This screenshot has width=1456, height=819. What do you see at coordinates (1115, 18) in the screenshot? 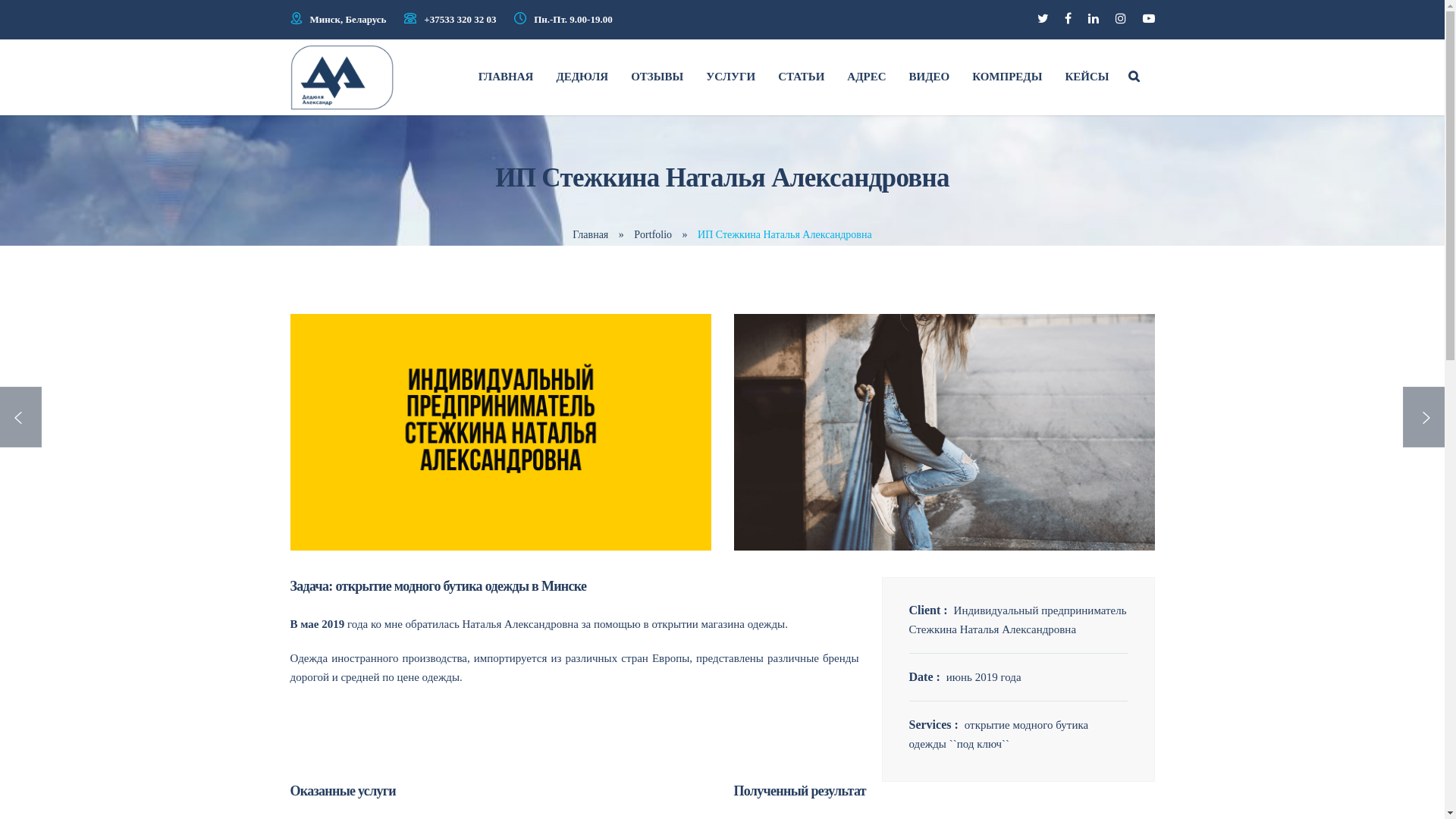
I see `'Instagram'` at bounding box center [1115, 18].